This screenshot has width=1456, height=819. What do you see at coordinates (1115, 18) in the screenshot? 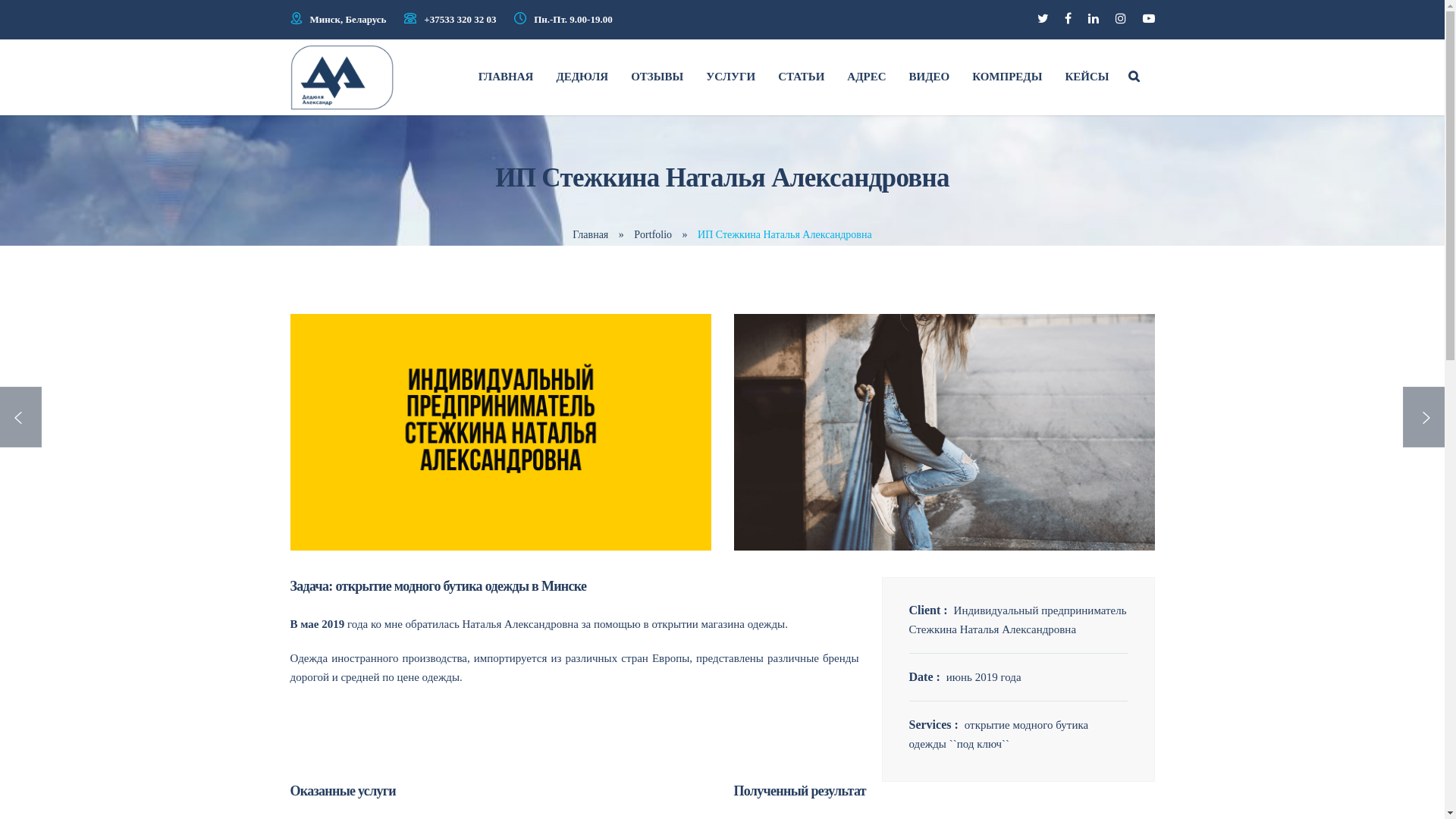
I see `'Instagram'` at bounding box center [1115, 18].